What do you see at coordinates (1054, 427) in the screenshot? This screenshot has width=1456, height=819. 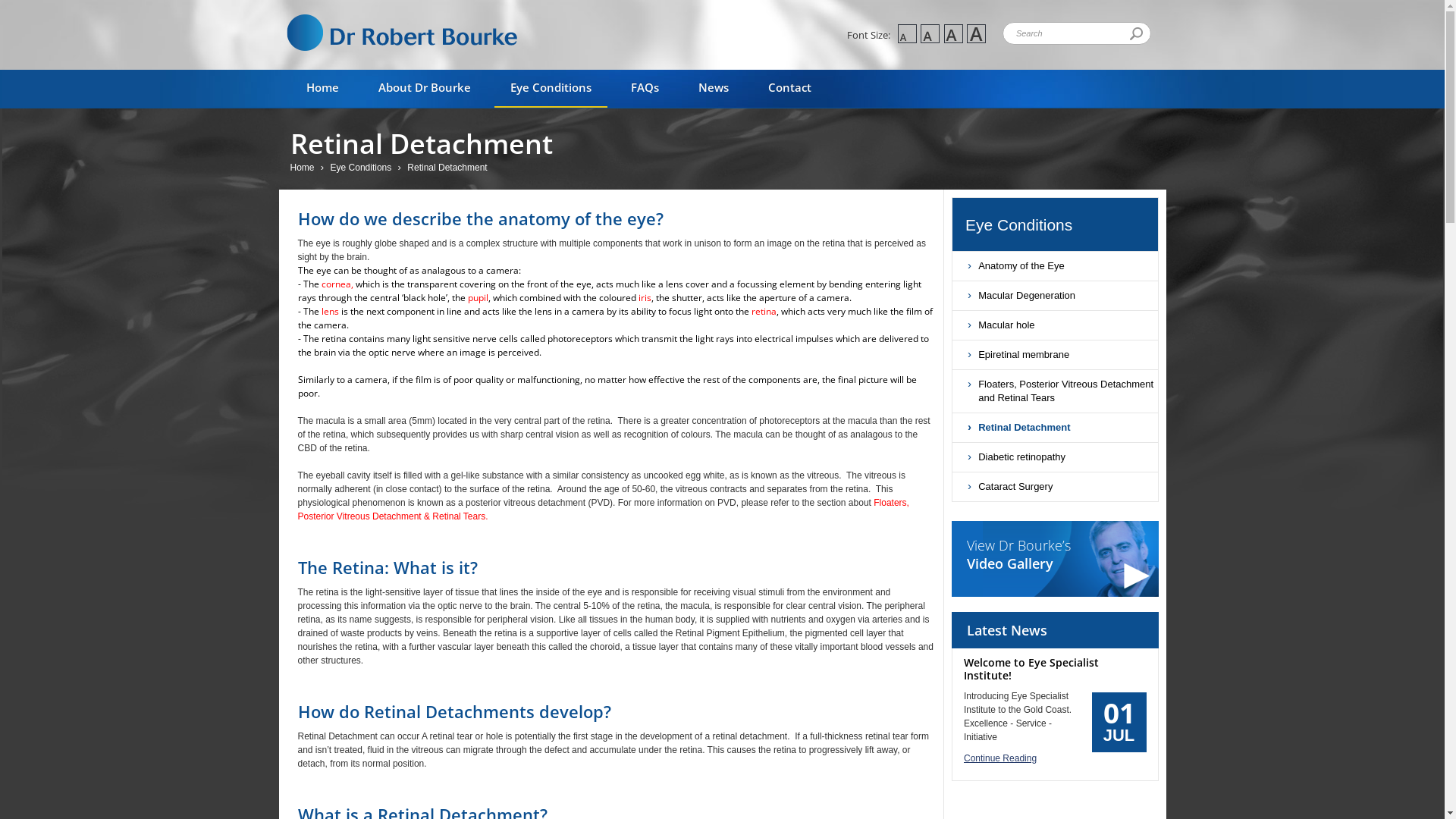 I see `'Retinal Detachment'` at bounding box center [1054, 427].